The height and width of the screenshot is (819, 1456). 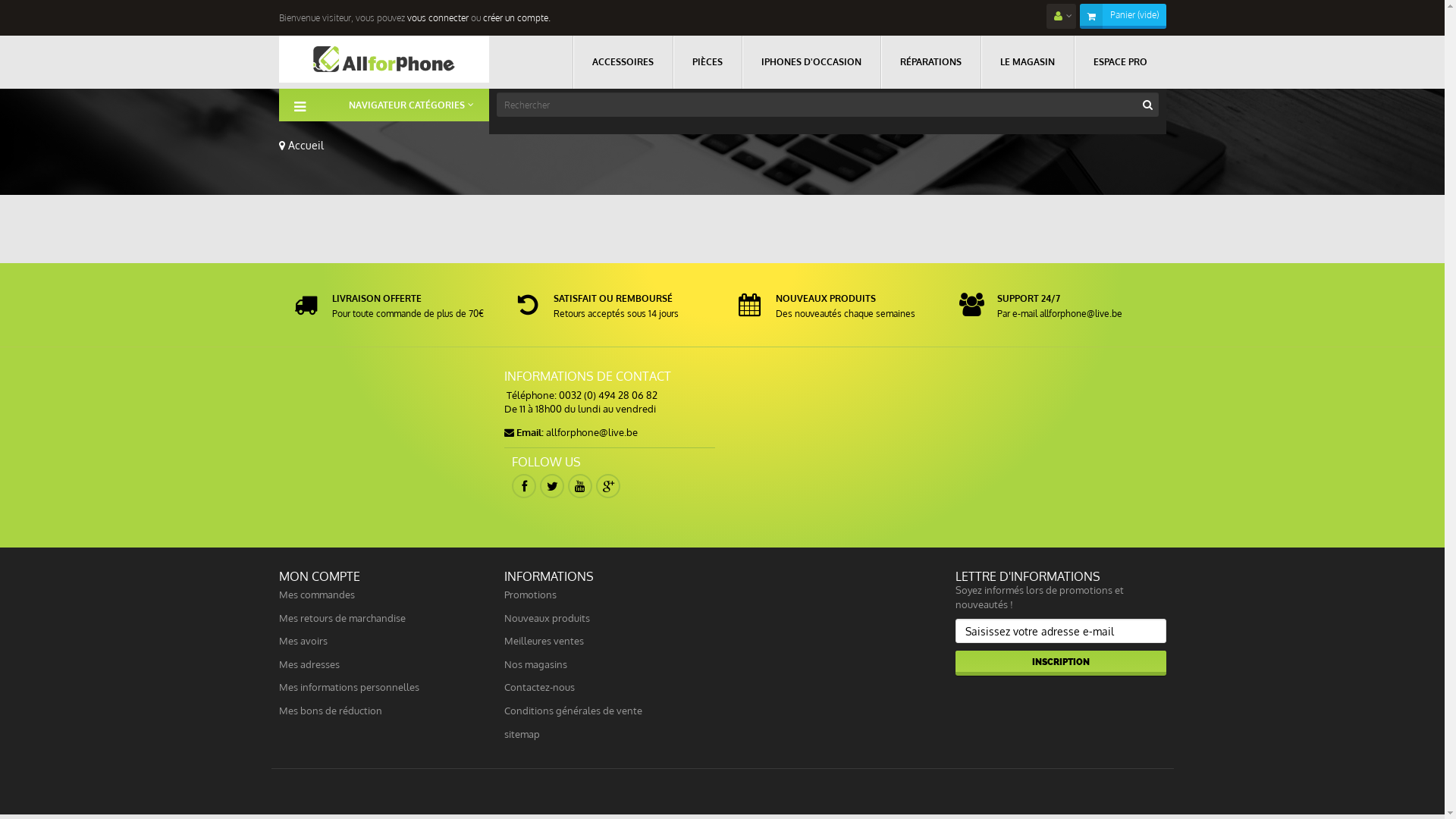 What do you see at coordinates (303, 640) in the screenshot?
I see `'Mes avoirs'` at bounding box center [303, 640].